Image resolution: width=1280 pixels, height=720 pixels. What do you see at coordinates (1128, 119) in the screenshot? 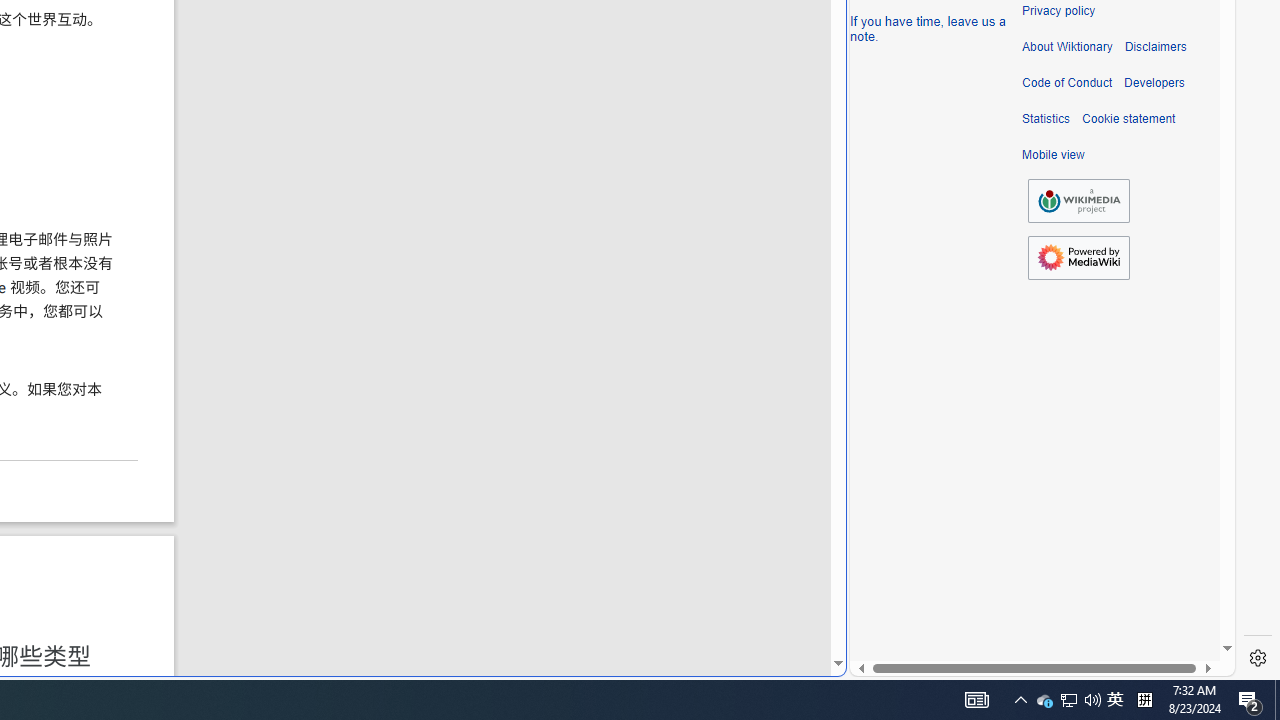
I see `'Cookie statement'` at bounding box center [1128, 119].